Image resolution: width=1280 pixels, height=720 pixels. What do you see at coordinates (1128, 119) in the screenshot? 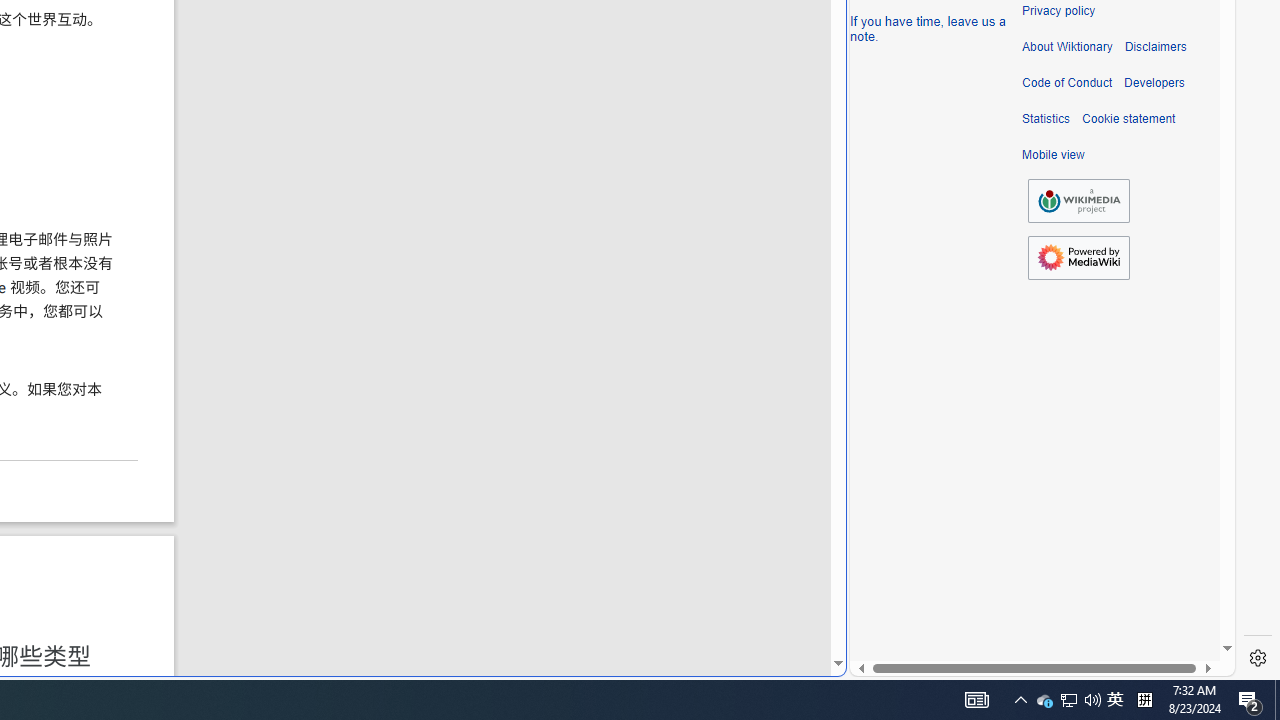
I see `'Cookie statement'` at bounding box center [1128, 119].